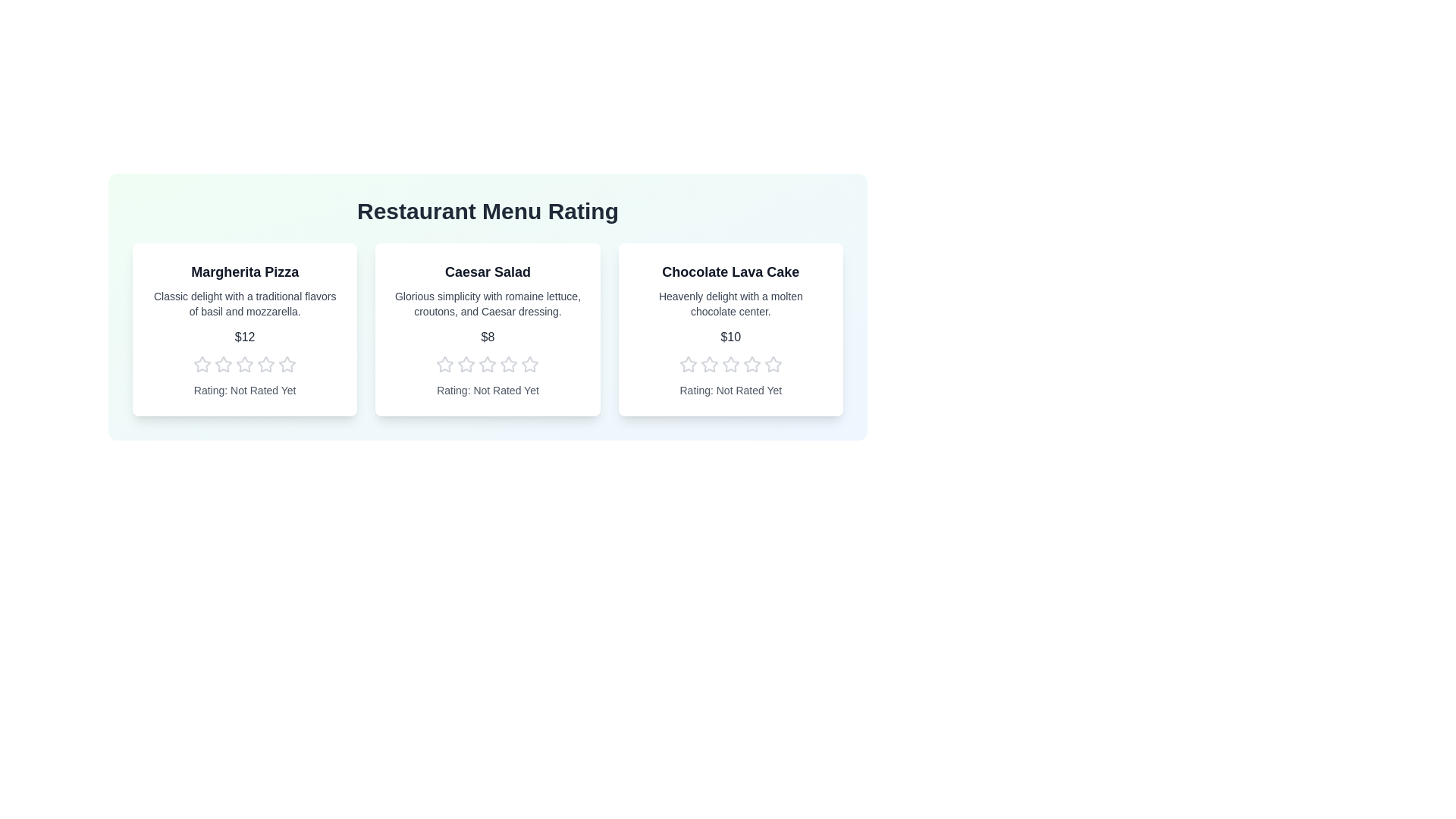  What do you see at coordinates (687, 365) in the screenshot?
I see `the star corresponding to the desired rating 1 for the menu item Chocolate Lava Cake` at bounding box center [687, 365].